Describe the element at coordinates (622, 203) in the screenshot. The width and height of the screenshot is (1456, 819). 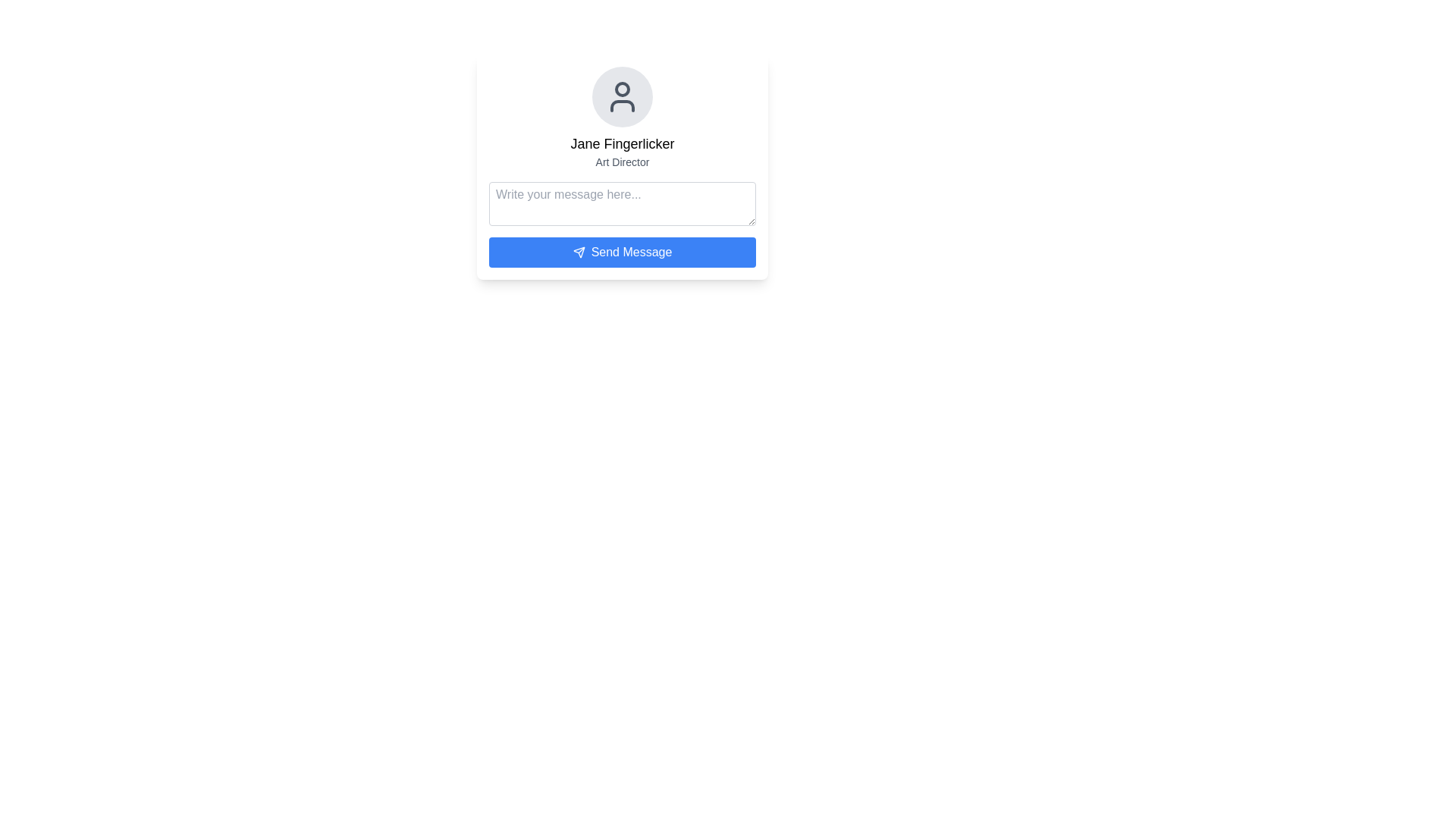
I see `the text input box styled with a light gray border and rounded corners, which has the placeholder text 'Write your message here...'` at that location.